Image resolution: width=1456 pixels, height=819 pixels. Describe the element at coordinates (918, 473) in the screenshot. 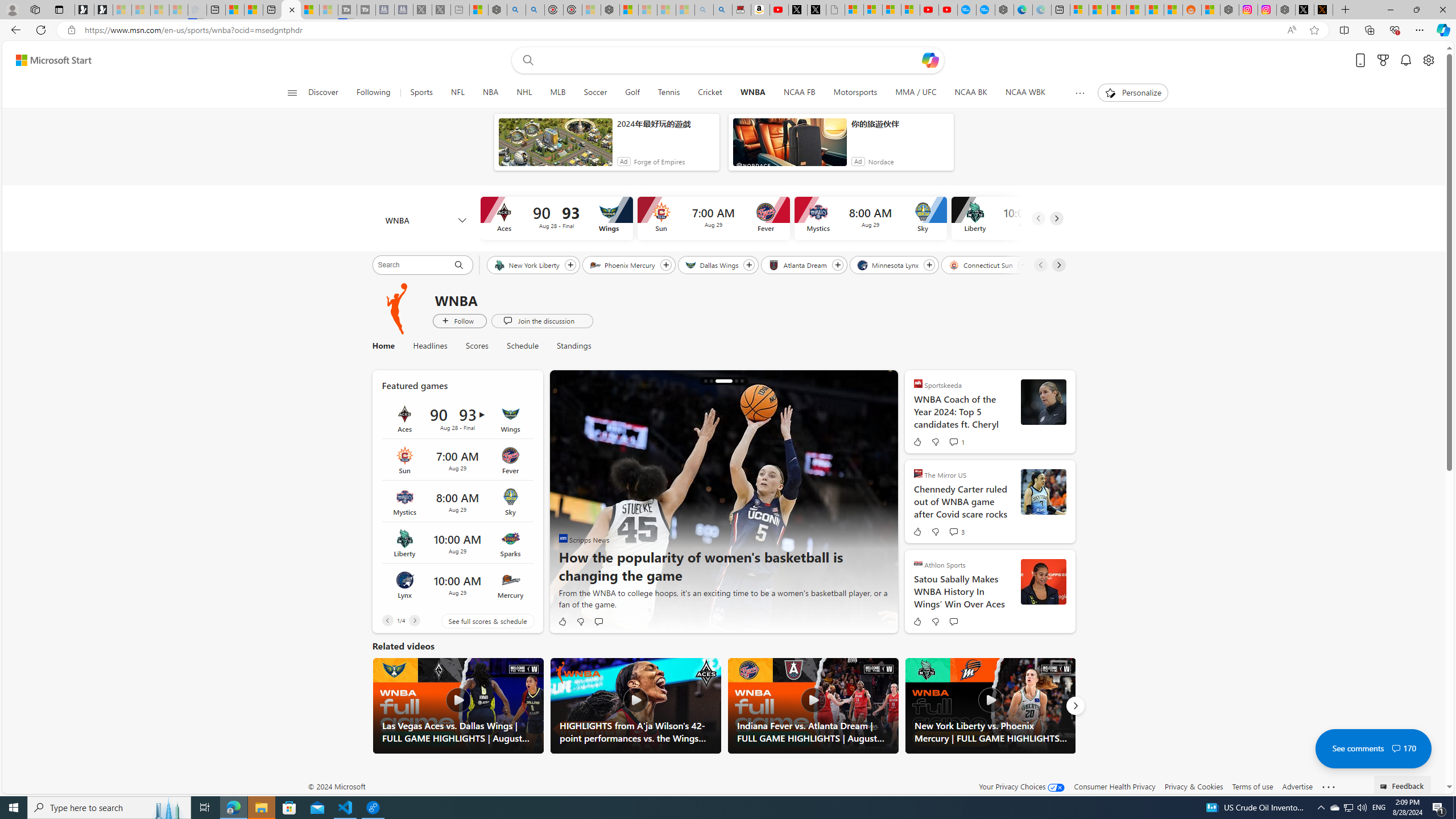

I see `'The Mirror US'` at that location.